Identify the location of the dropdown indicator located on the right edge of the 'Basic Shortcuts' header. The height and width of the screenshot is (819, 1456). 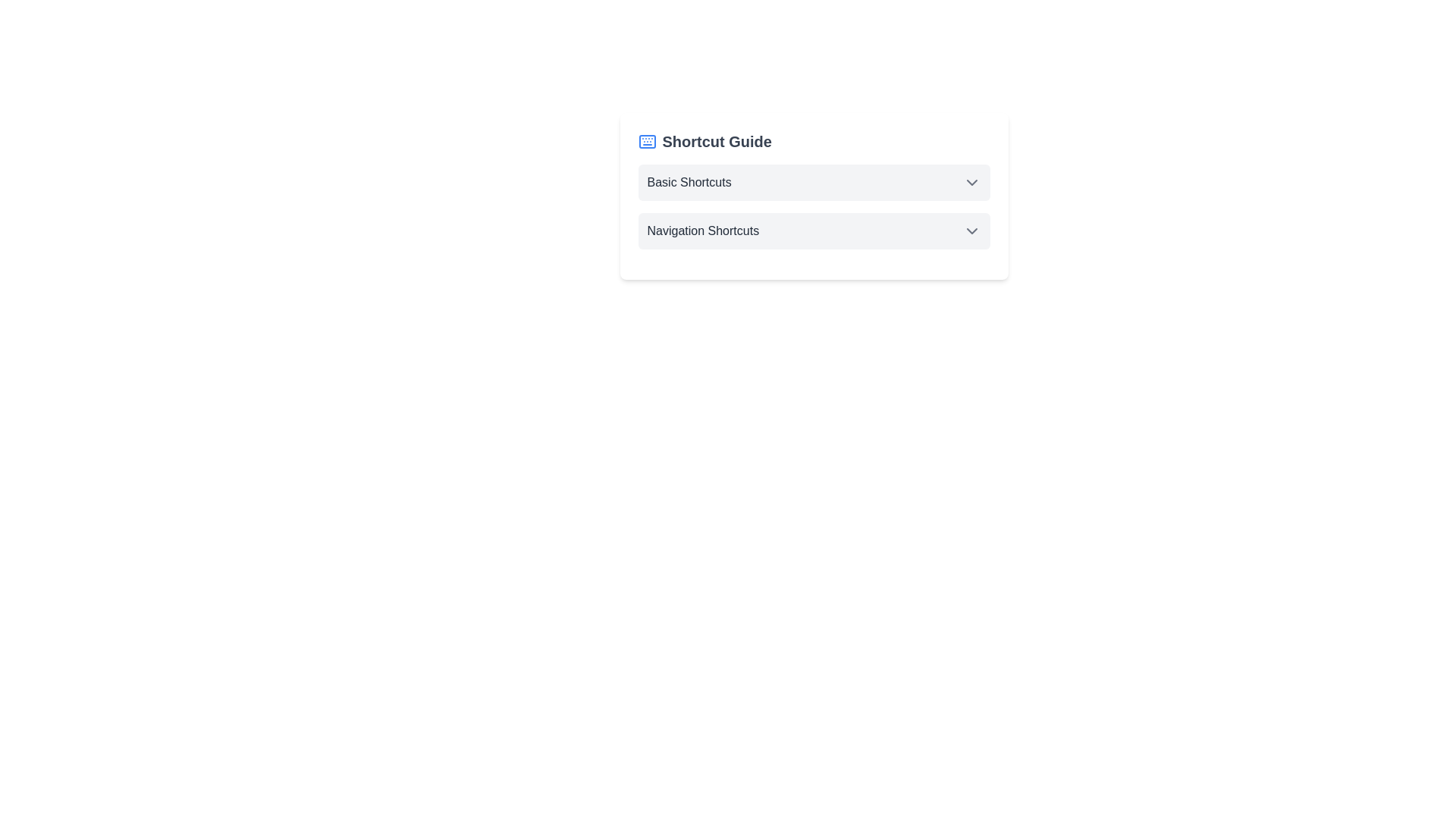
(971, 181).